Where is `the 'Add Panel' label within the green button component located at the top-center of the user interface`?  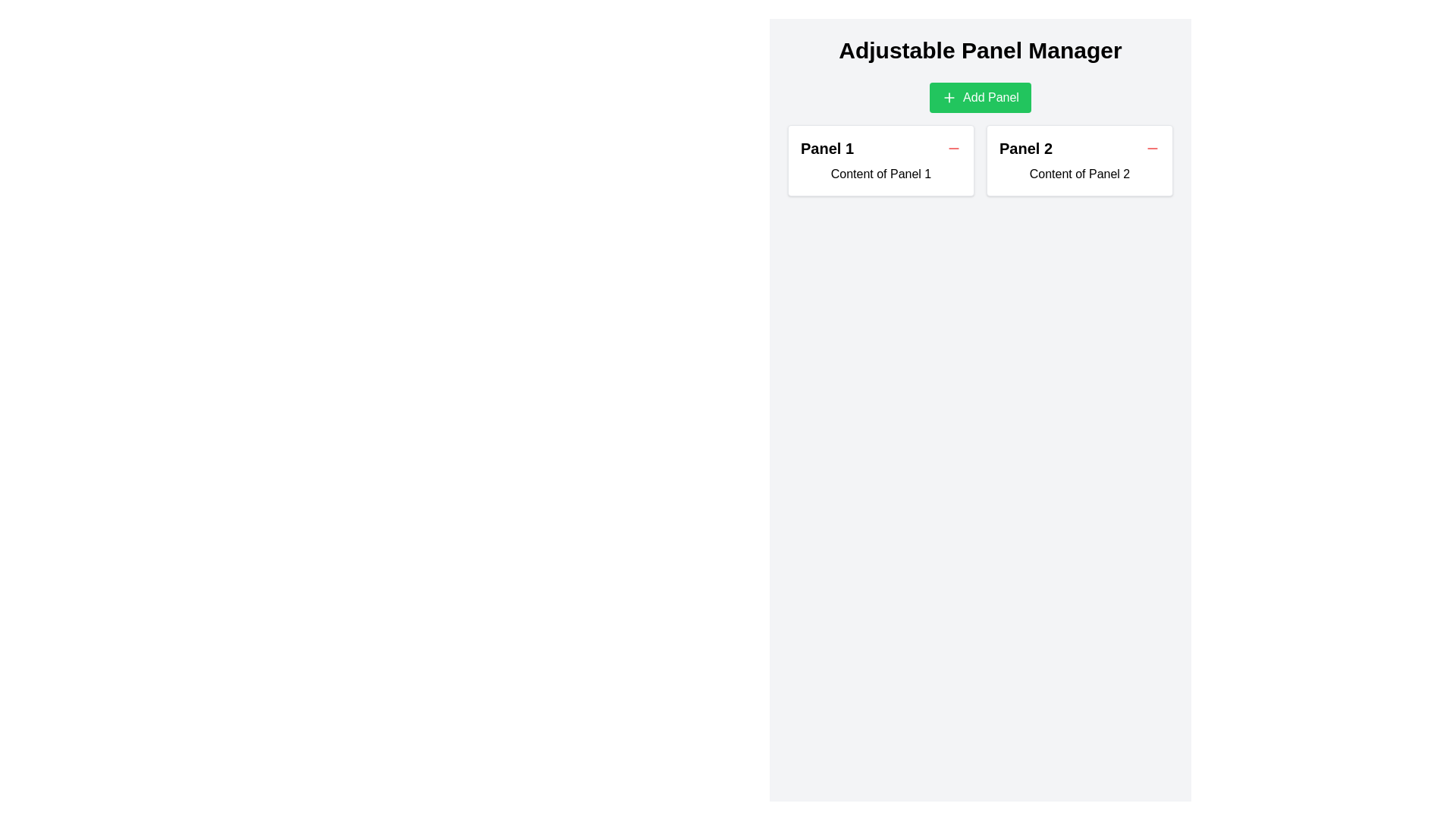 the 'Add Panel' label within the green button component located at the top-center of the user interface is located at coordinates (990, 97).